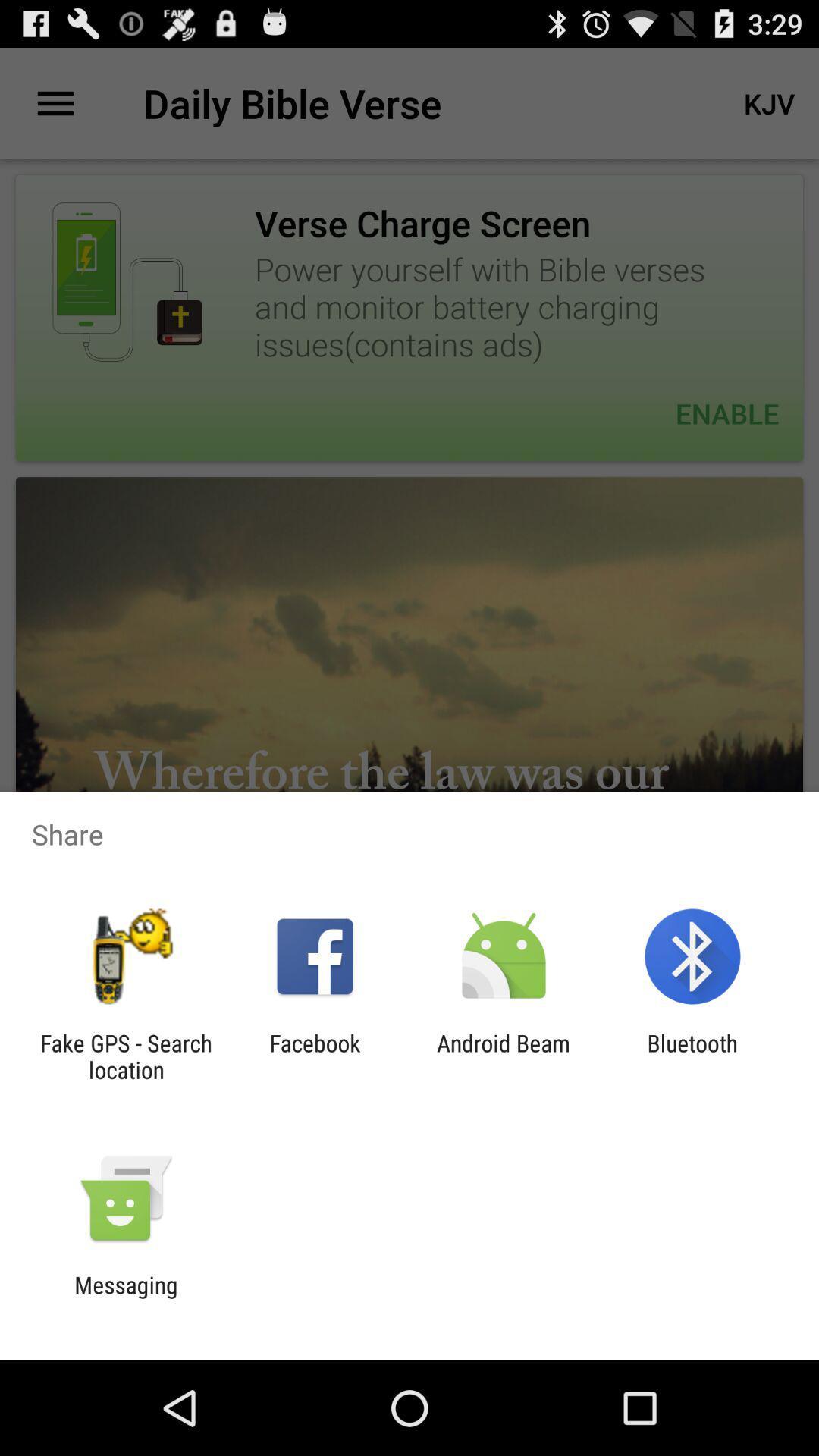  Describe the element at coordinates (504, 1056) in the screenshot. I see `the icon next to bluetooth item` at that location.